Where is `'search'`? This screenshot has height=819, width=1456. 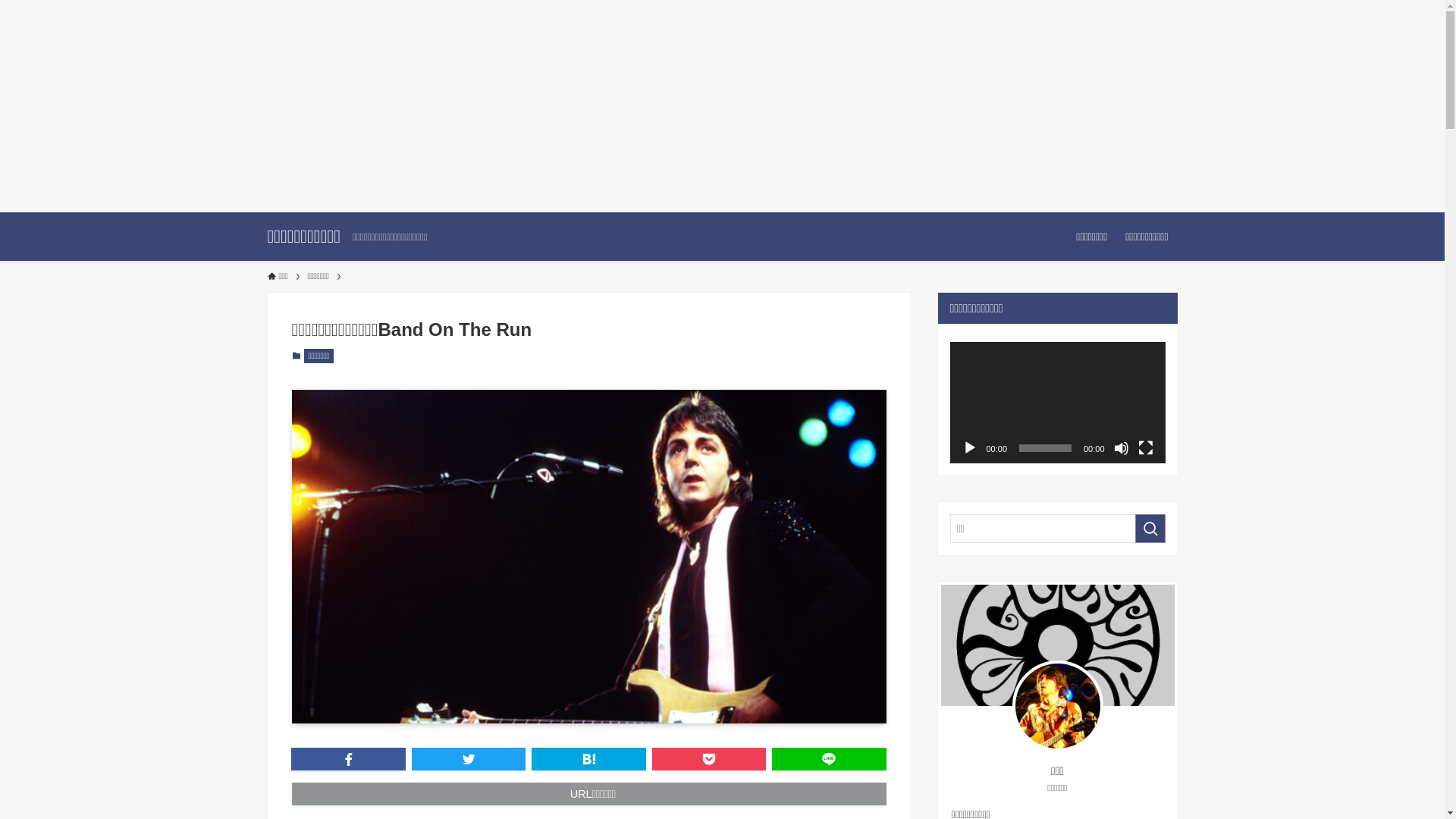
'search' is located at coordinates (921, 421).